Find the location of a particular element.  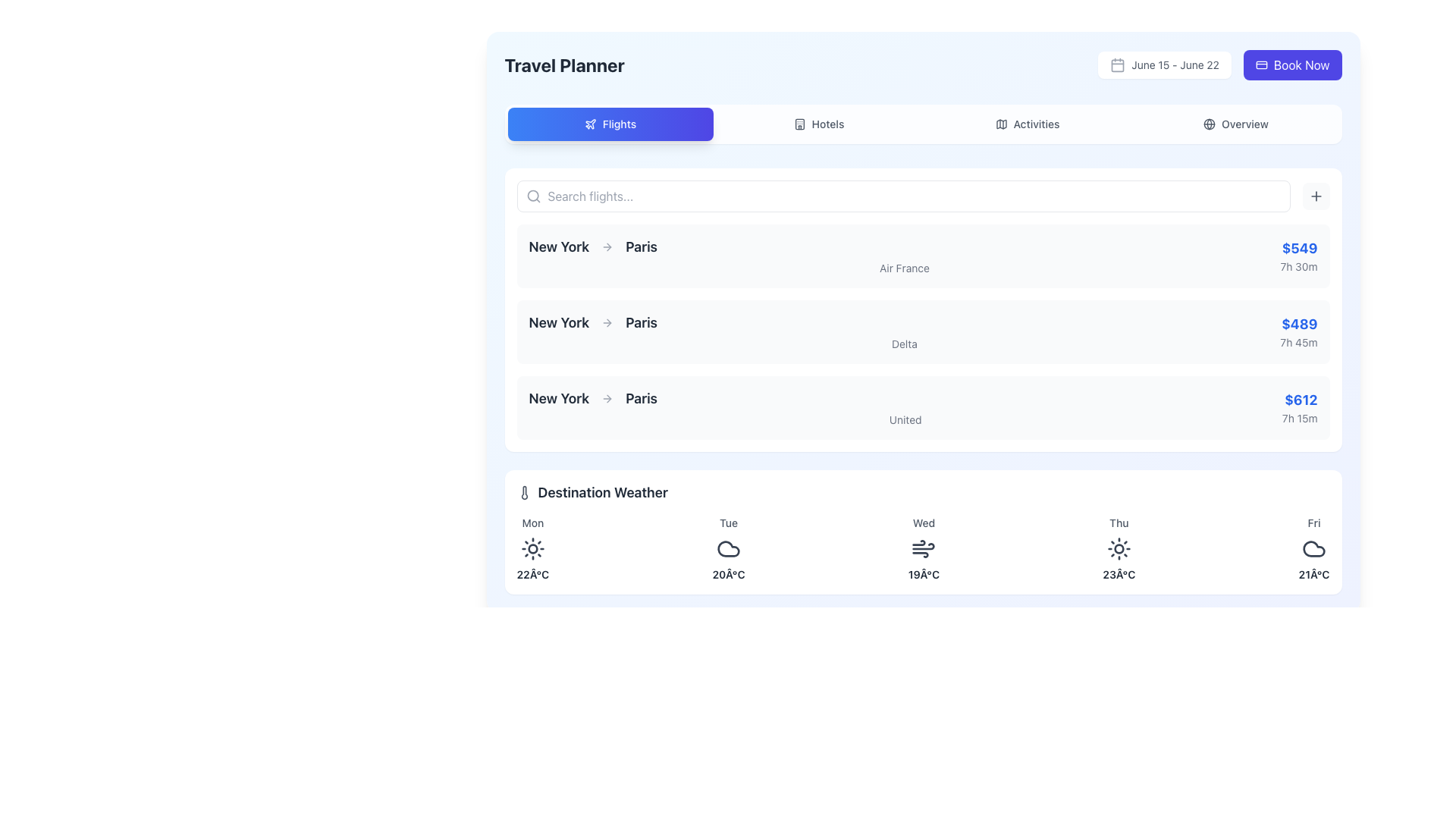

the cloud icon representing the weather condition for Friday, which is located below the 'Fri' label and above the '21°C' temperature in the 'Destination Weather' section is located at coordinates (1313, 549).